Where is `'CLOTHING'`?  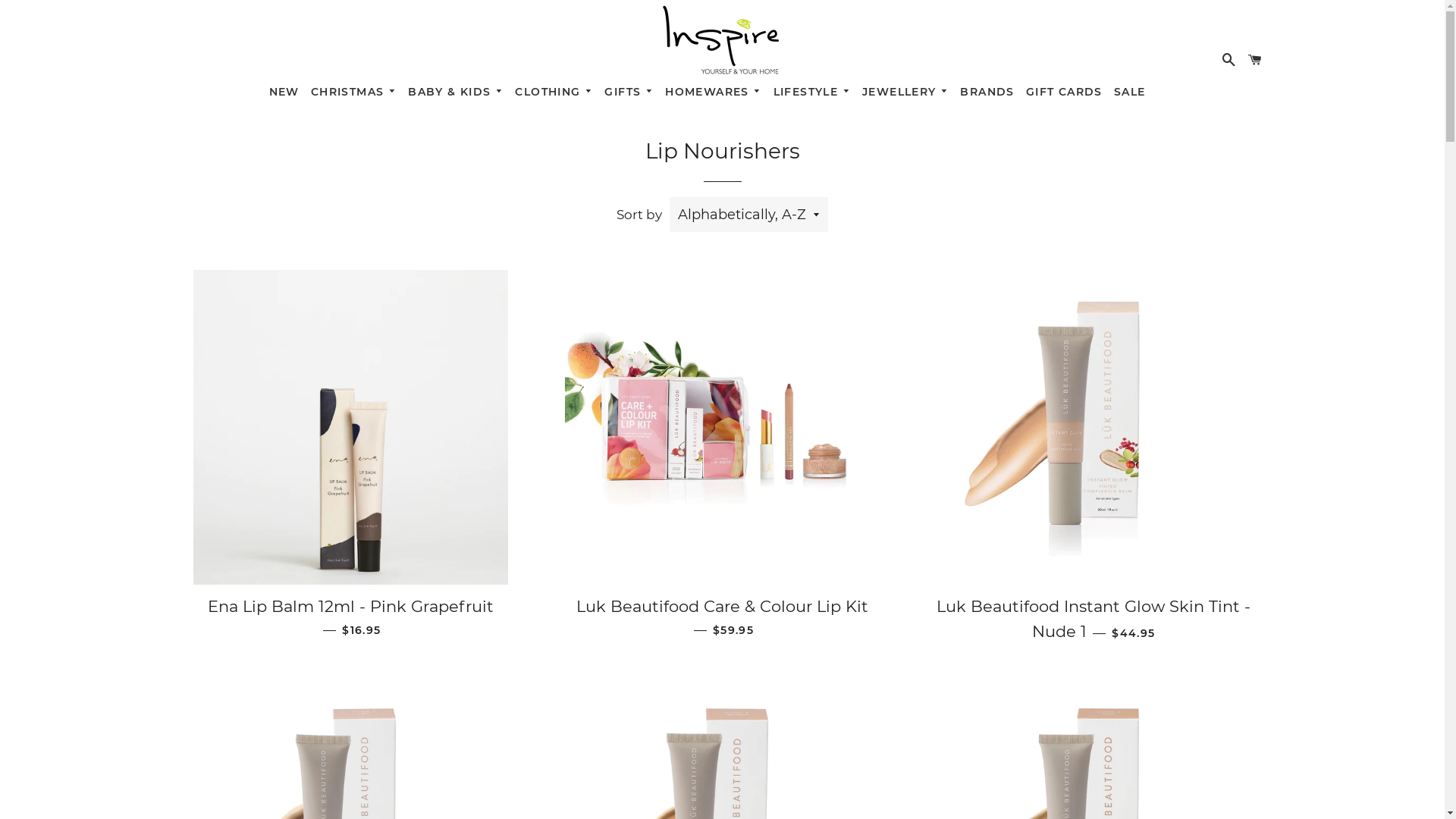 'CLOTHING' is located at coordinates (510, 89).